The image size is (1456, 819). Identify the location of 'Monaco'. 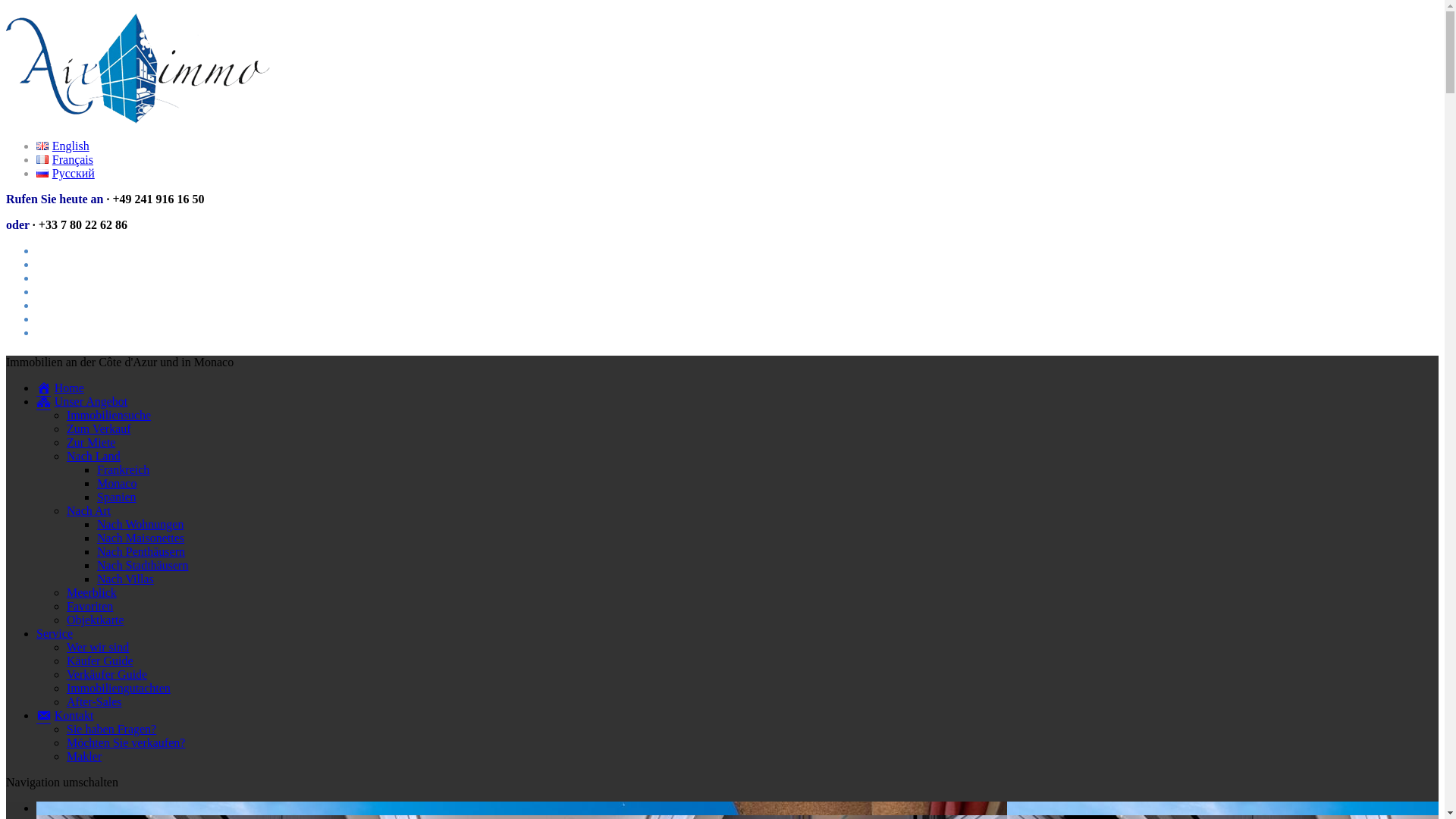
(96, 483).